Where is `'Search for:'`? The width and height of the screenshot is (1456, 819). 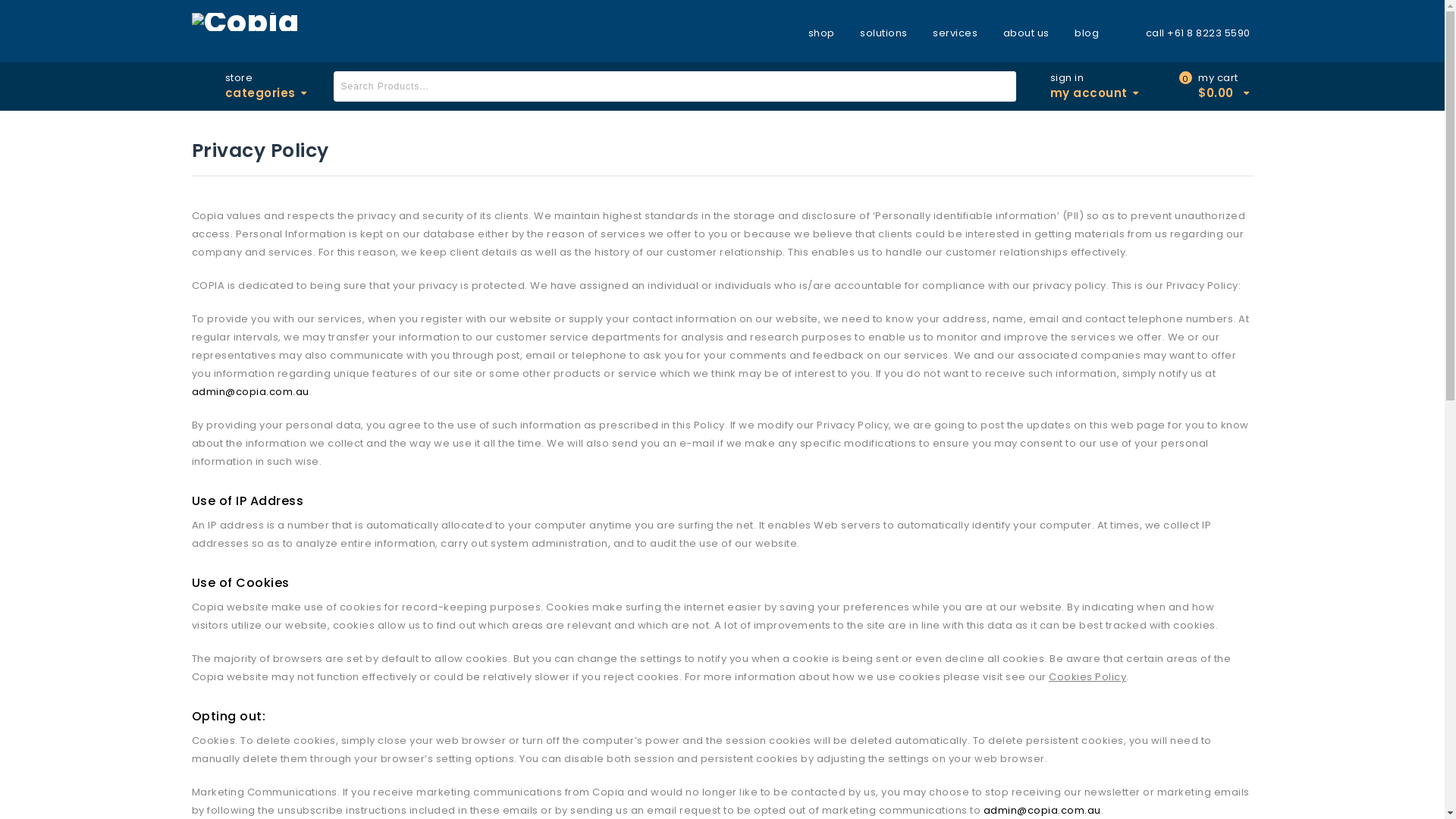
'Search for:' is located at coordinates (333, 86).